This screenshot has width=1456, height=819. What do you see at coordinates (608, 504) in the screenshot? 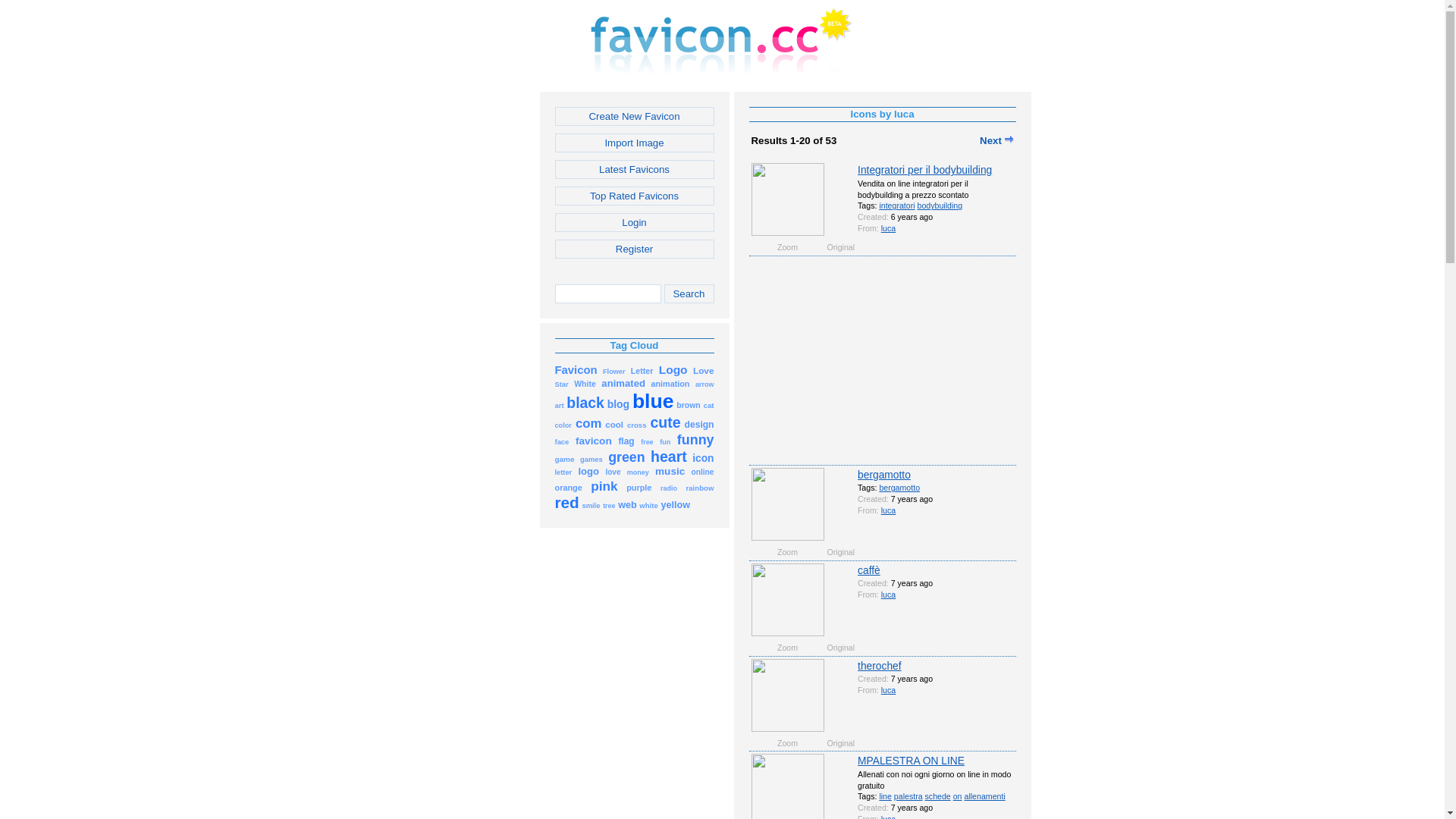
I see `'tree'` at bounding box center [608, 504].